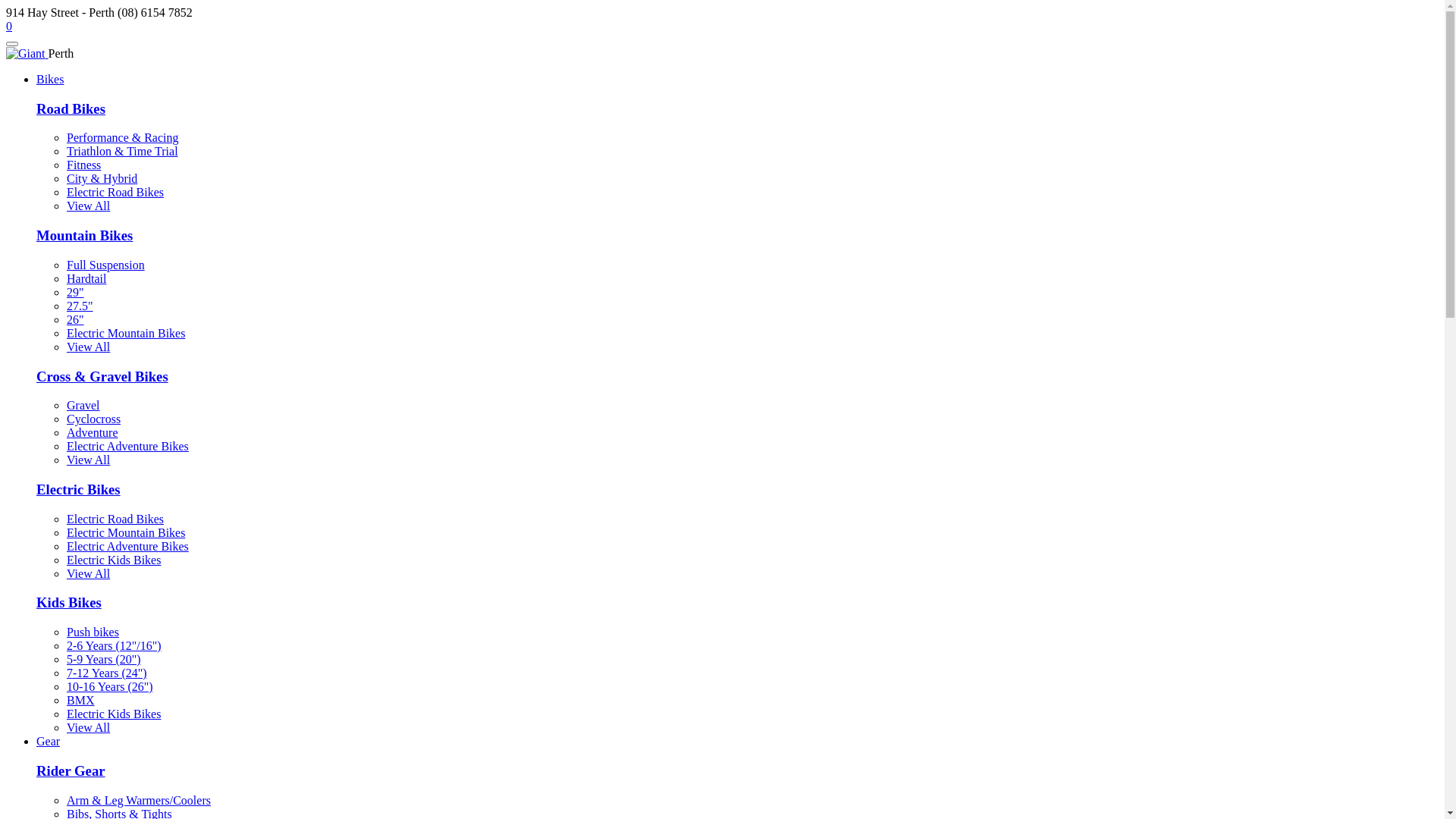 The width and height of the screenshot is (1456, 819). I want to click on 'Electric Mountain Bikes', so click(126, 532).